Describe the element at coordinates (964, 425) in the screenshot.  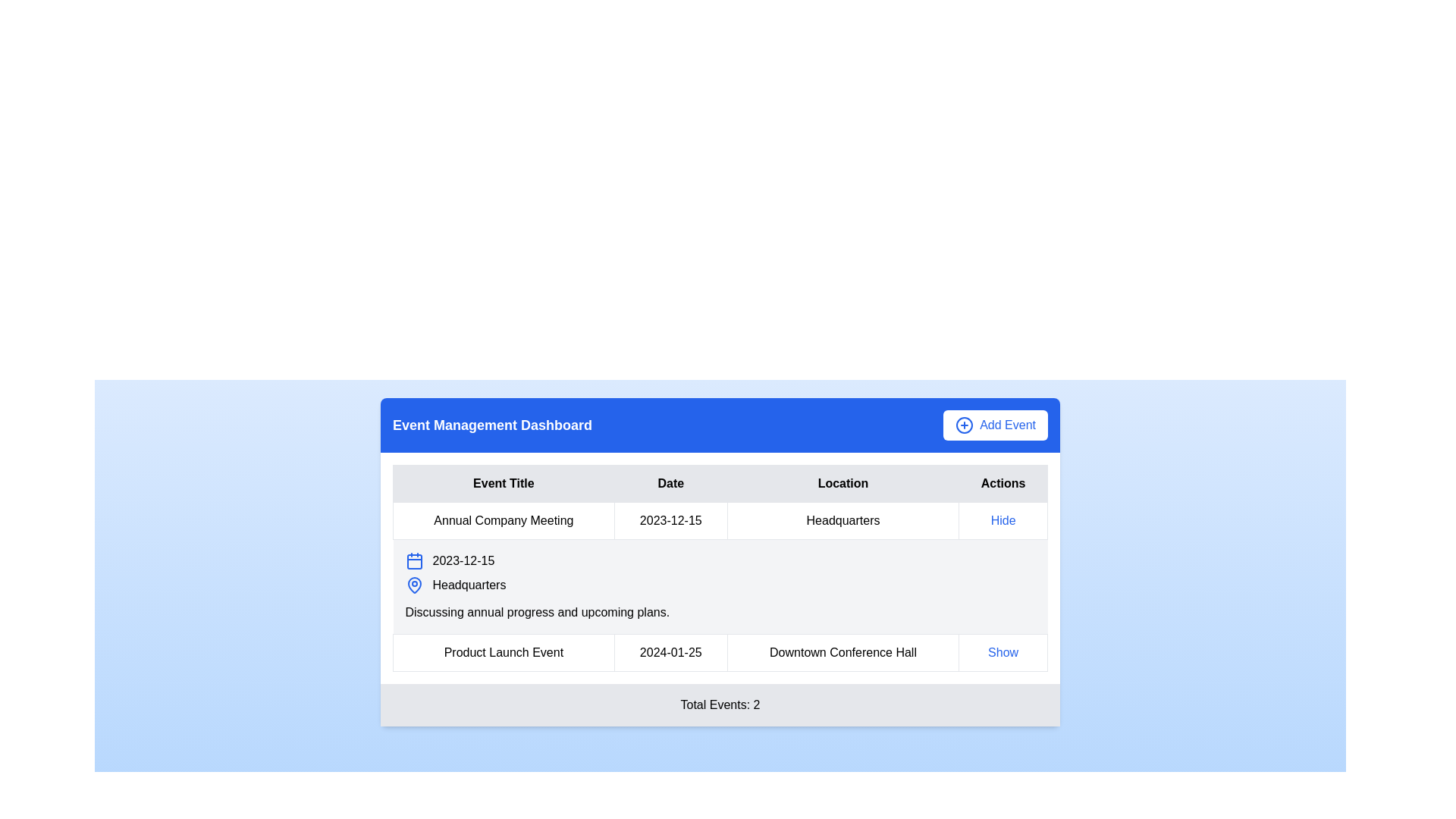
I see `the leading circular icon with a blue outline and plus symbol in the top-right corner of the interface` at that location.